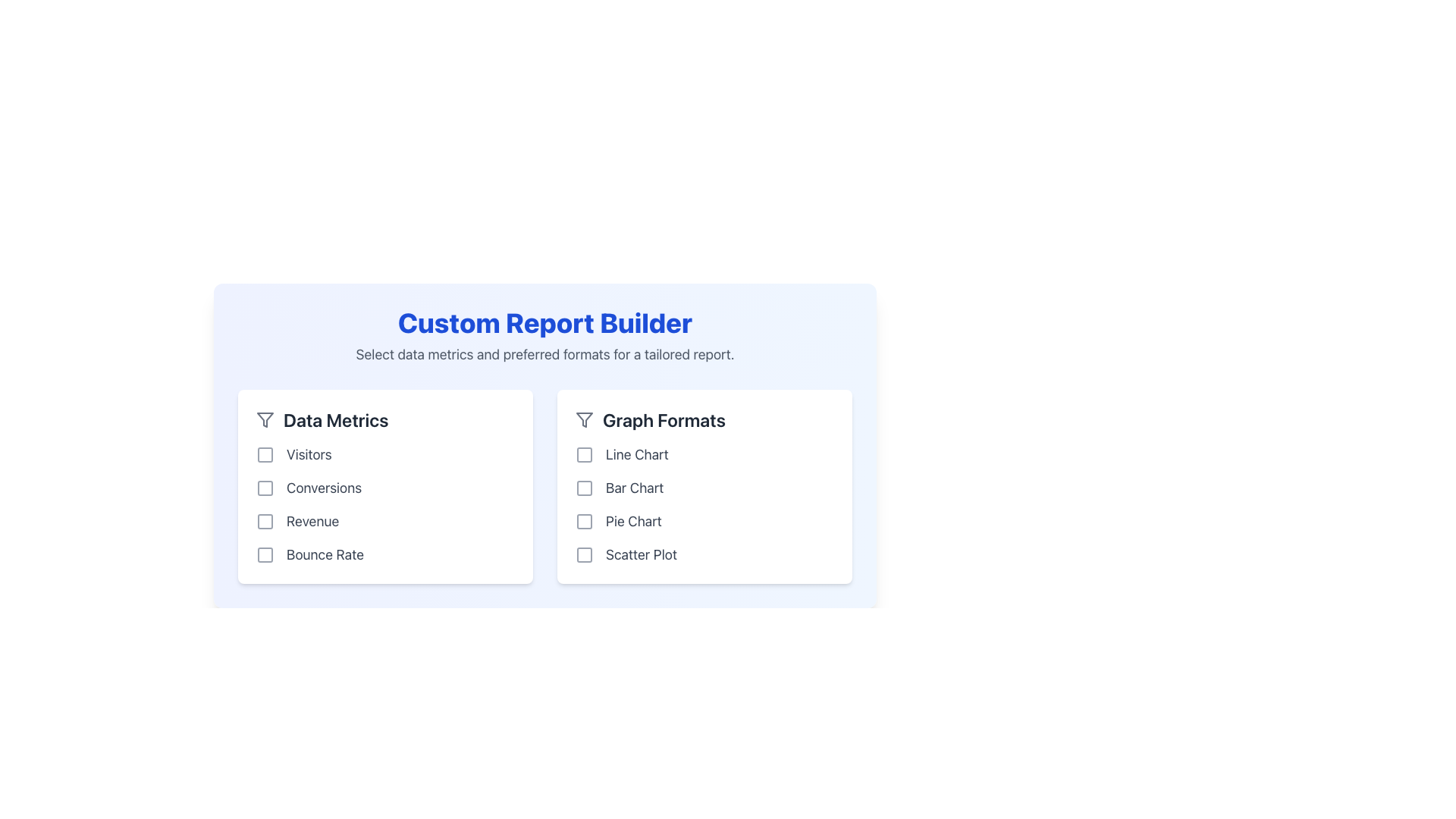  I want to click on the 'Bar Chart' checkbox in the 'Graph Formats' category, so click(584, 488).